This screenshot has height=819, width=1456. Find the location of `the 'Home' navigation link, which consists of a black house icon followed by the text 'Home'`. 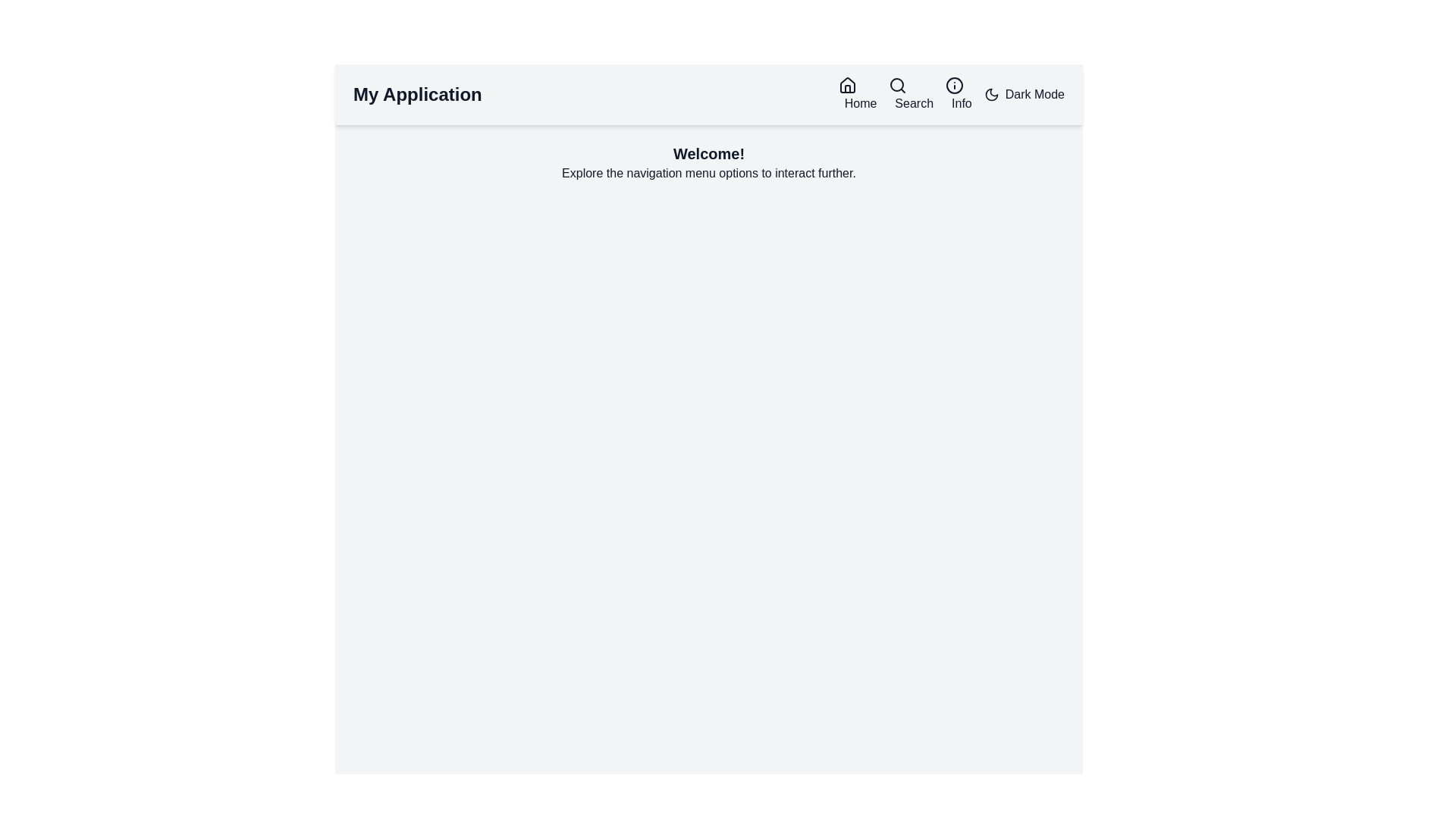

the 'Home' navigation link, which consists of a black house icon followed by the text 'Home' is located at coordinates (858, 94).